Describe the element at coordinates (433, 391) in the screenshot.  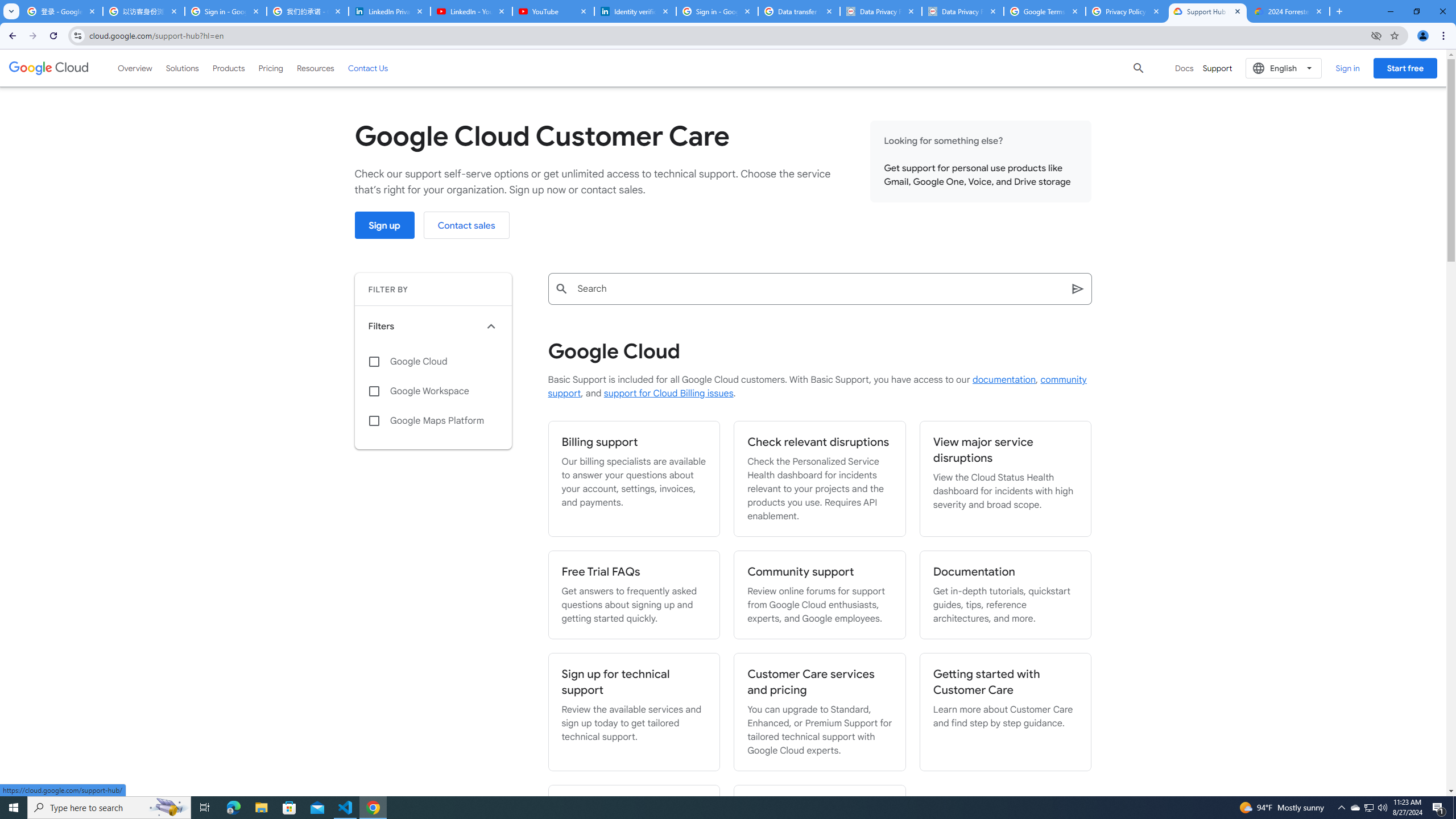
I see `'Google Workspace'` at that location.